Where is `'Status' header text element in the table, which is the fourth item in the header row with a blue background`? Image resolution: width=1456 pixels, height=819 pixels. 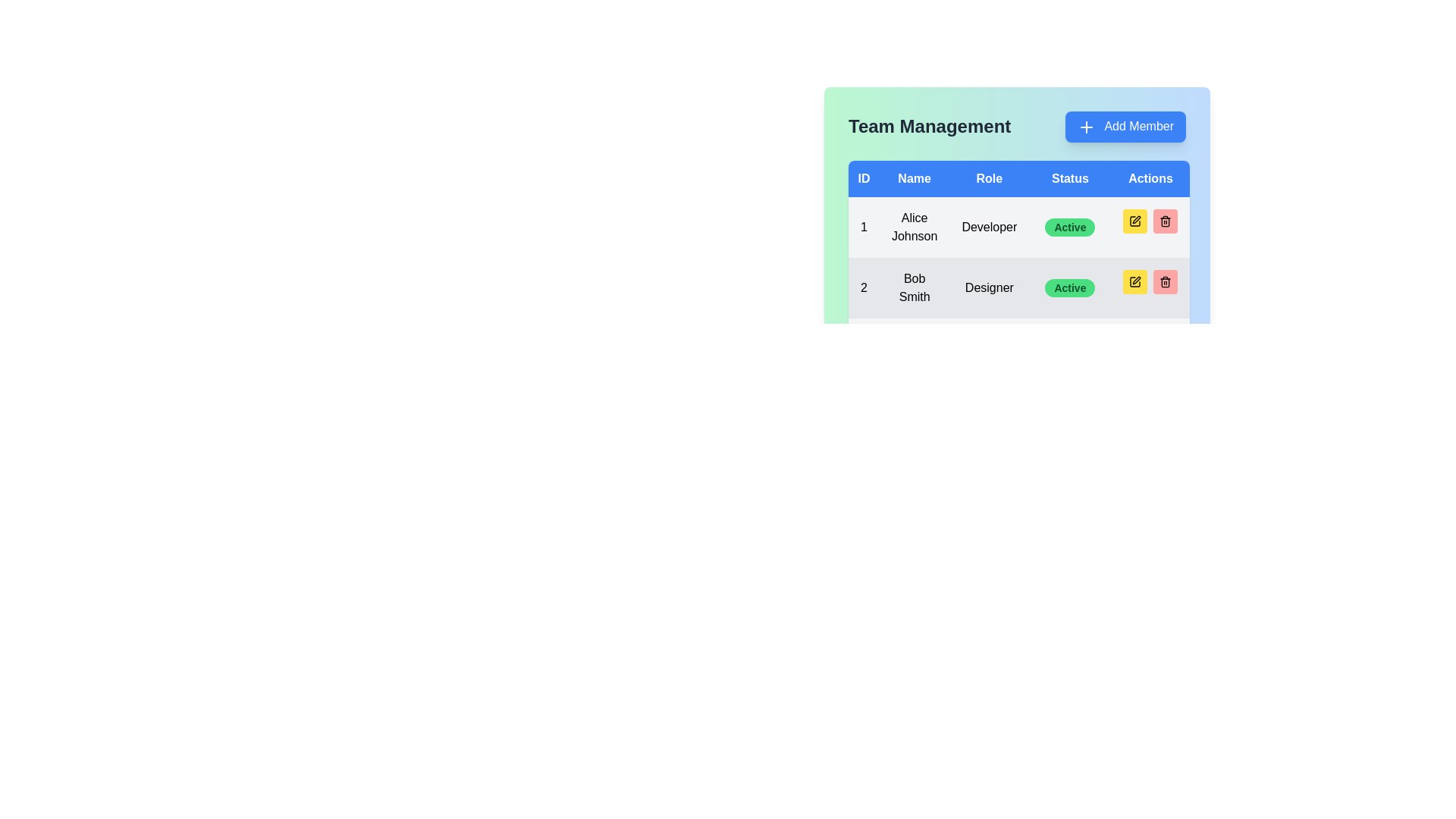 'Status' header text element in the table, which is the fourth item in the header row with a blue background is located at coordinates (1069, 177).